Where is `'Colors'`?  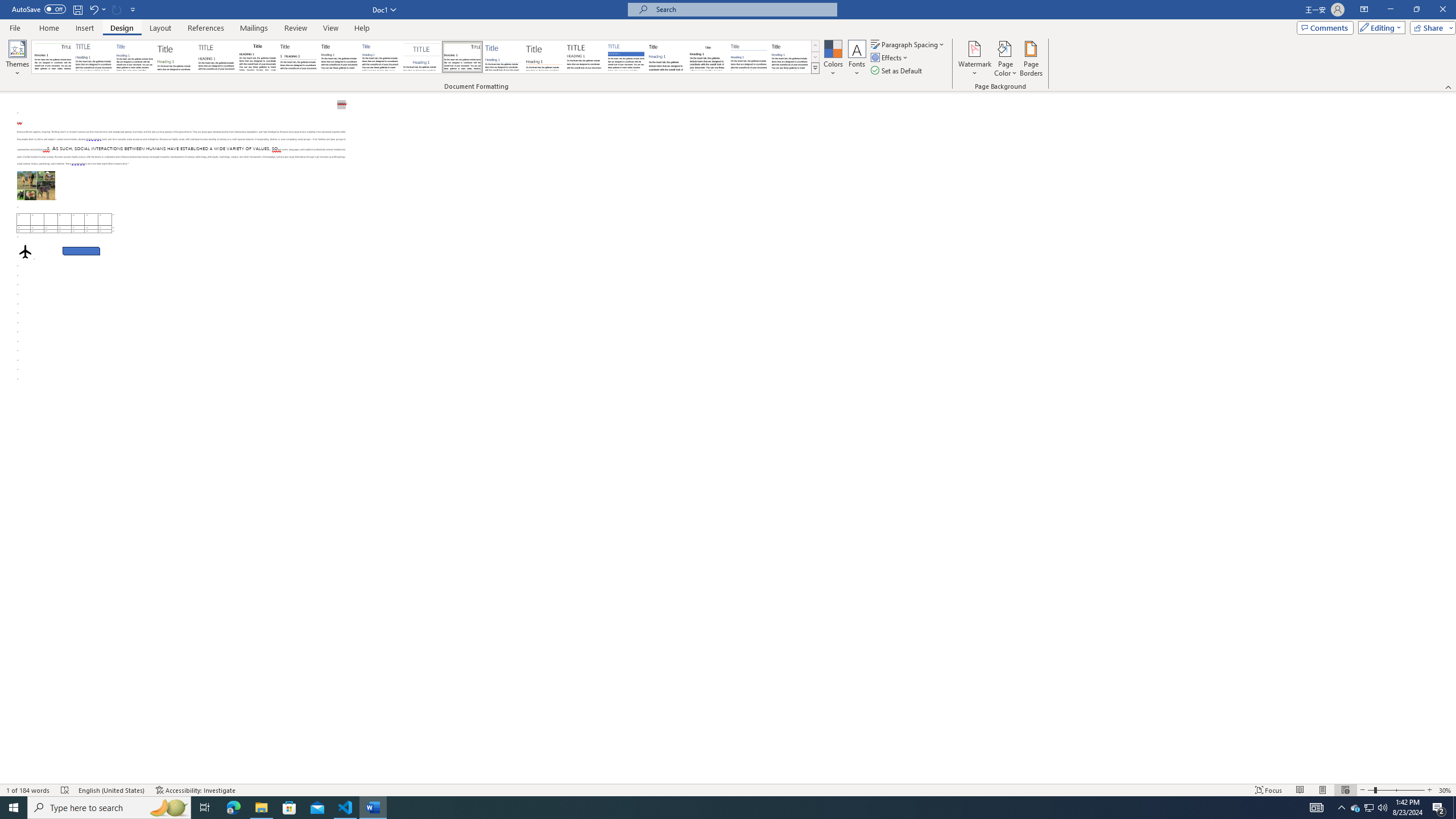
'Colors' is located at coordinates (832, 59).